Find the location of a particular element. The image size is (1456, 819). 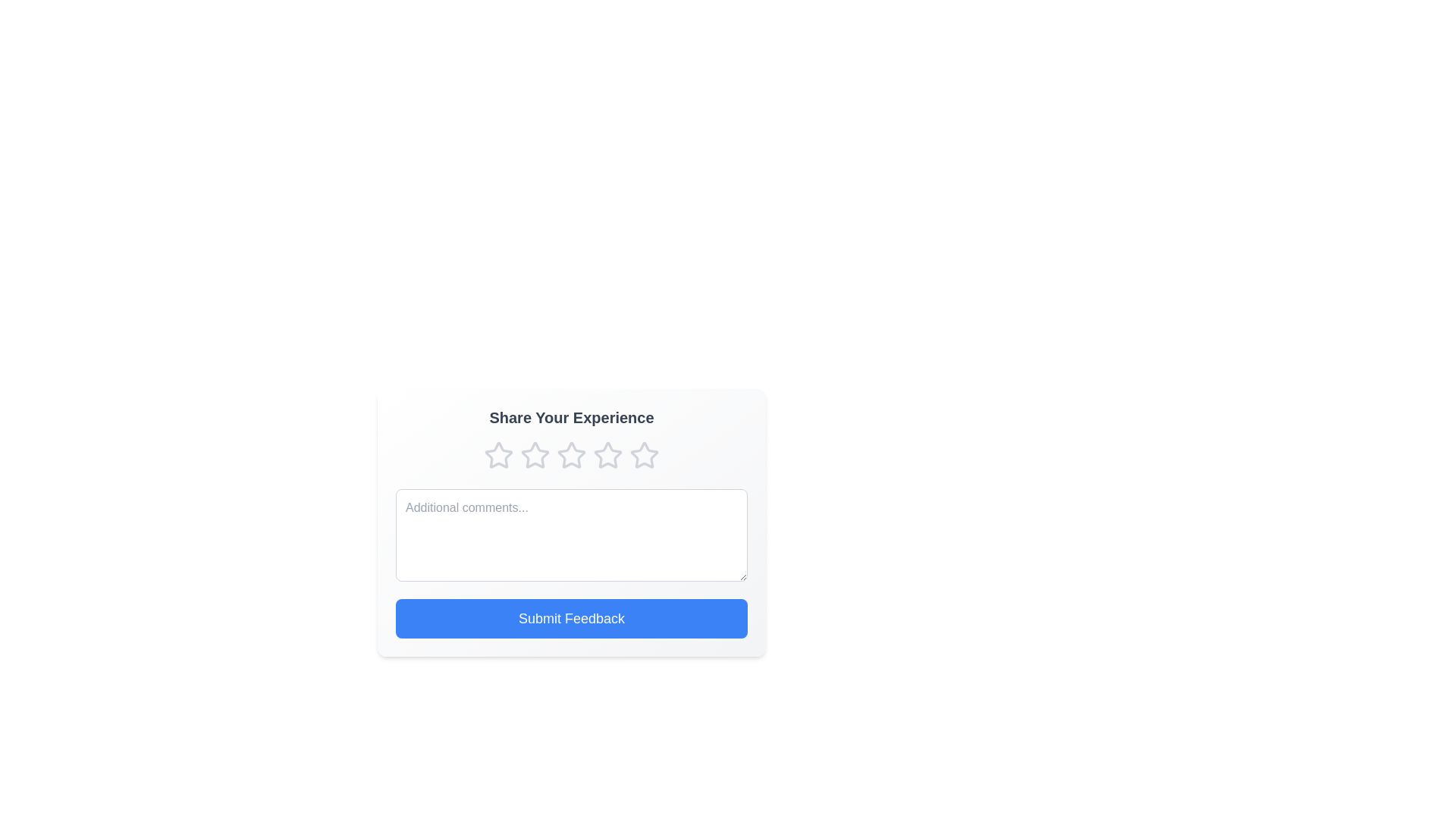

the second star in the interactive star rating icon to rate it as 2 stars is located at coordinates (535, 454).